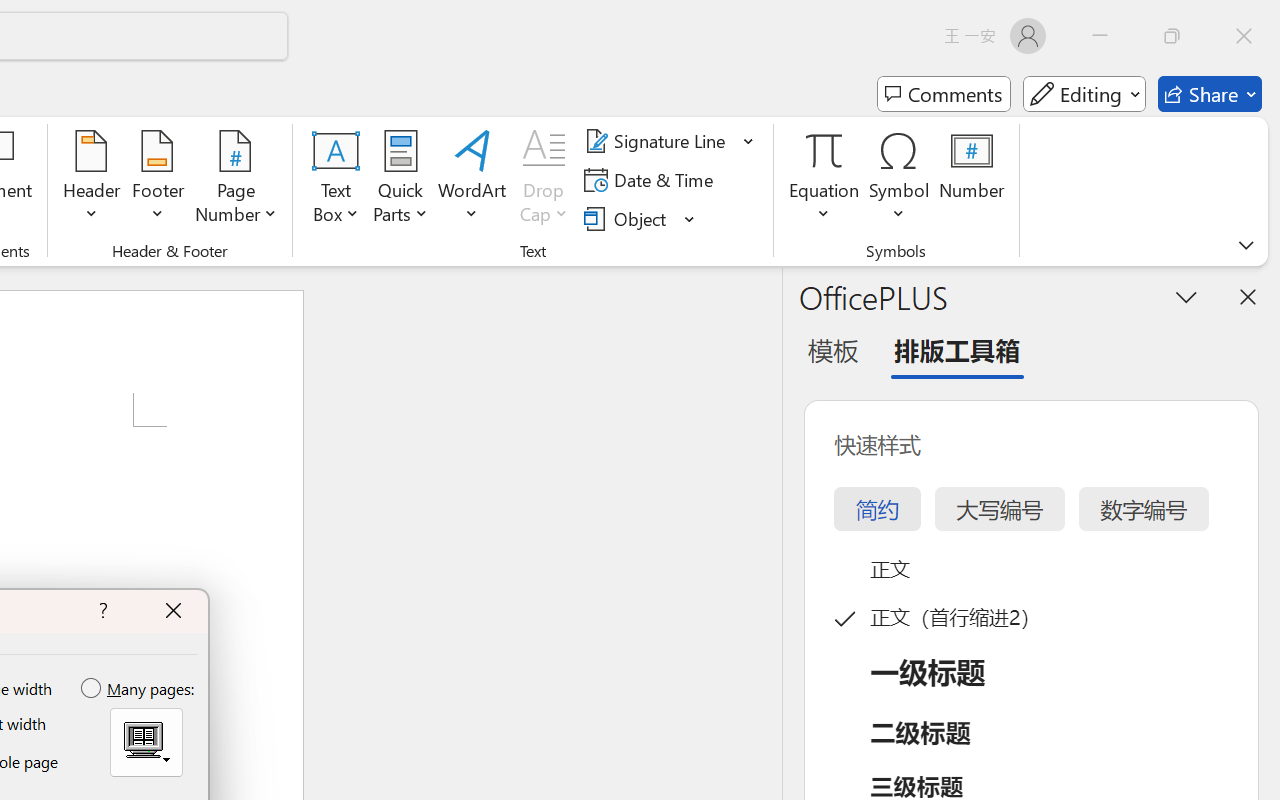  What do you see at coordinates (91, 179) in the screenshot?
I see `'Header'` at bounding box center [91, 179].